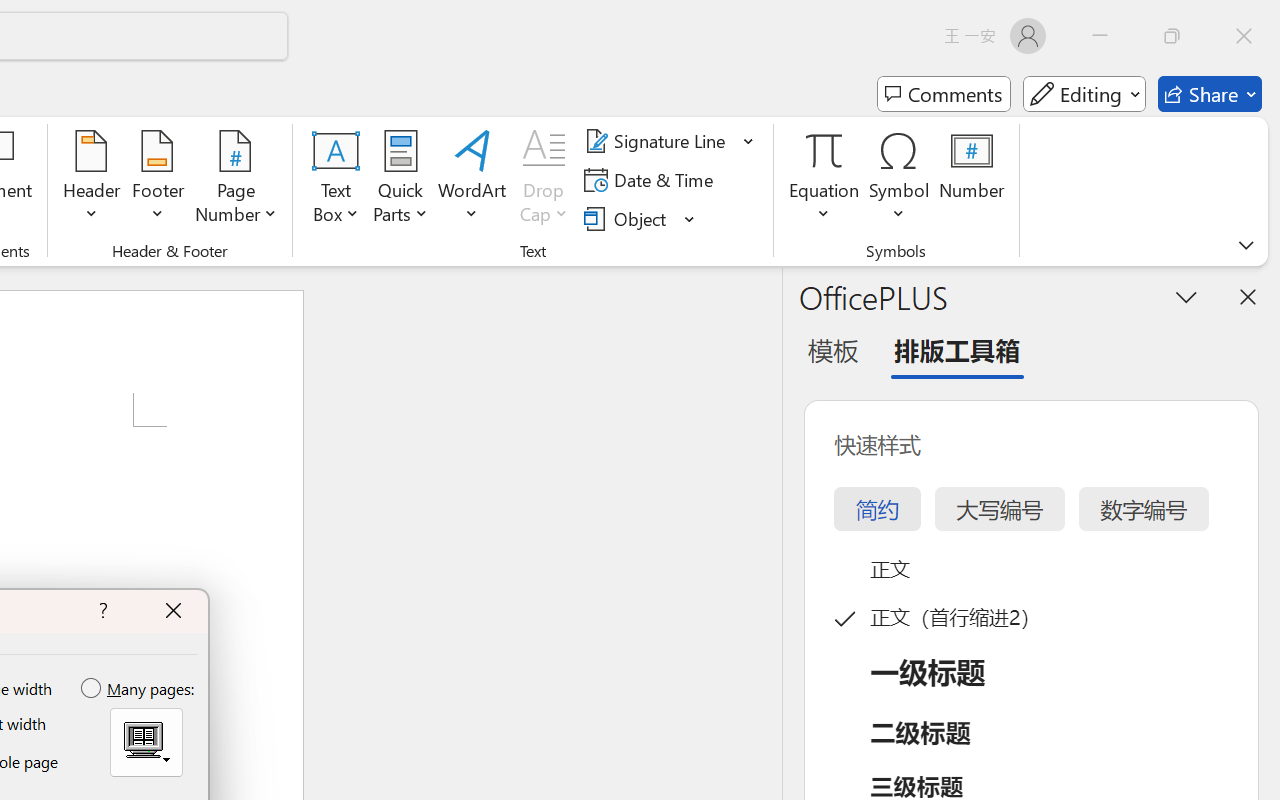  What do you see at coordinates (91, 179) in the screenshot?
I see `'Header'` at bounding box center [91, 179].